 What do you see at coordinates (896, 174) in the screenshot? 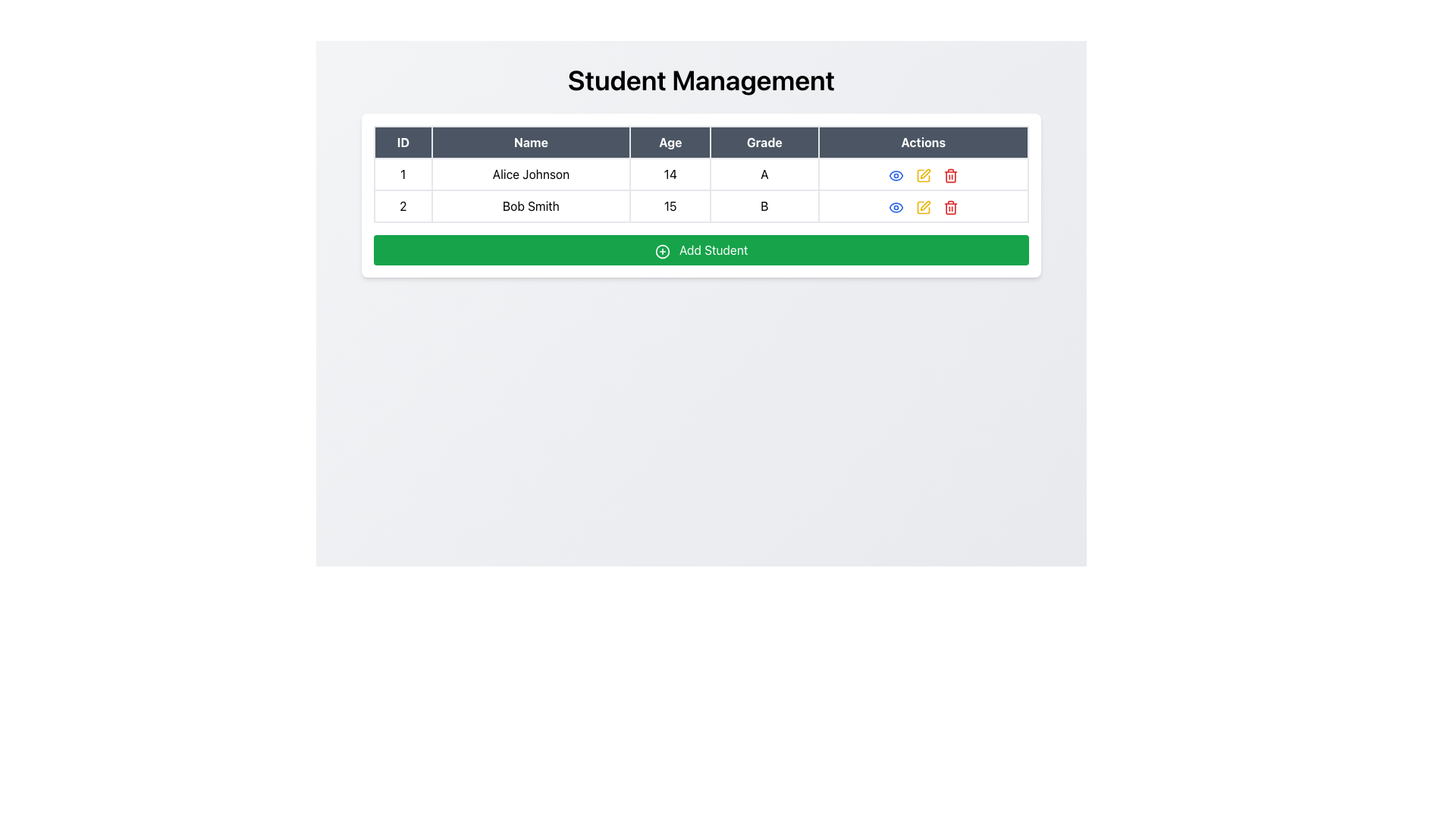
I see `the blue eye-shaped icon button in the 'Actions' column of the first row in the student data table` at bounding box center [896, 174].